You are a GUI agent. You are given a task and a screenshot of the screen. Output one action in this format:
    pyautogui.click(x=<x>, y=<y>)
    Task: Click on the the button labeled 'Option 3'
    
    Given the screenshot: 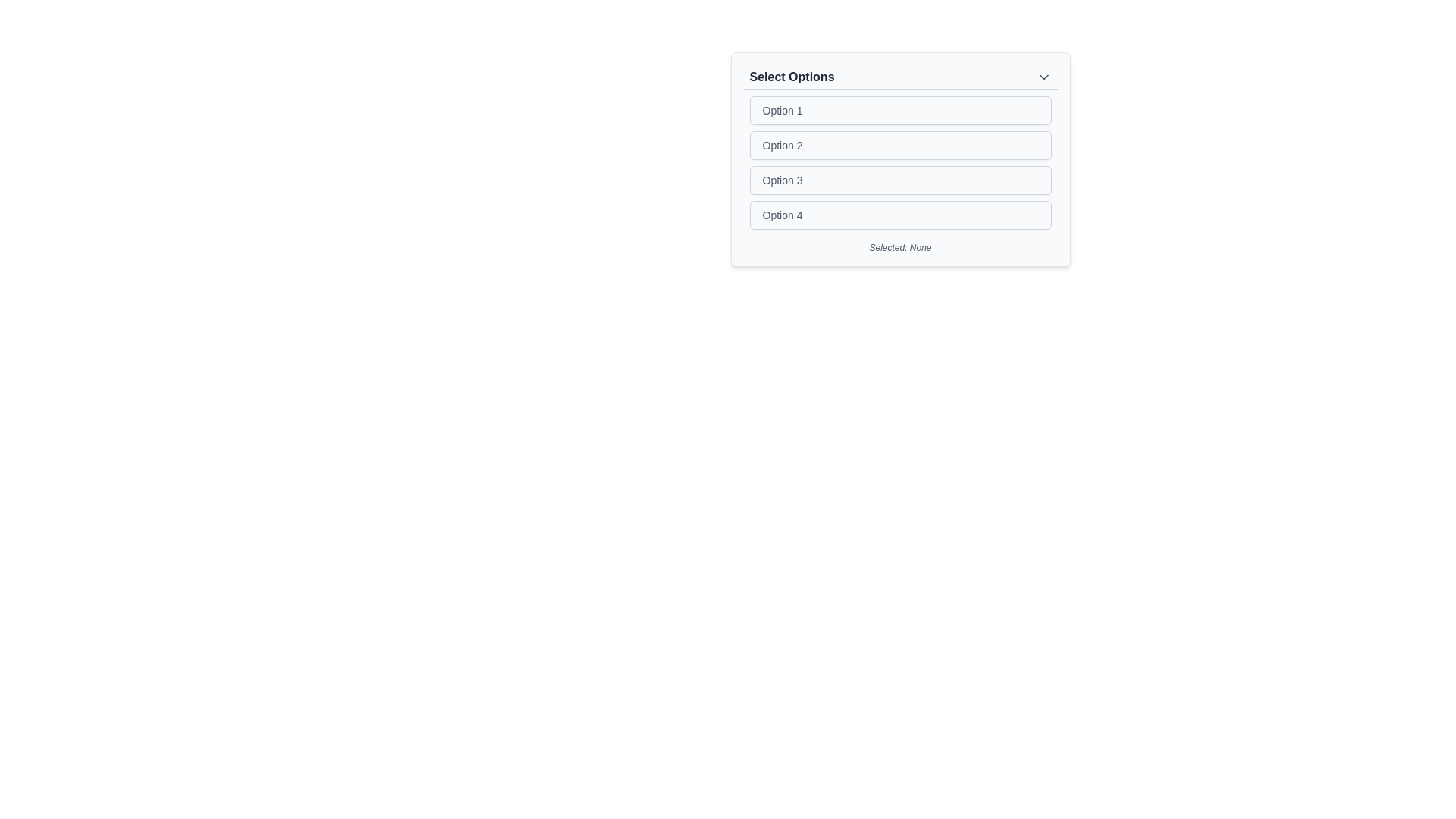 What is the action you would take?
    pyautogui.click(x=900, y=180)
    